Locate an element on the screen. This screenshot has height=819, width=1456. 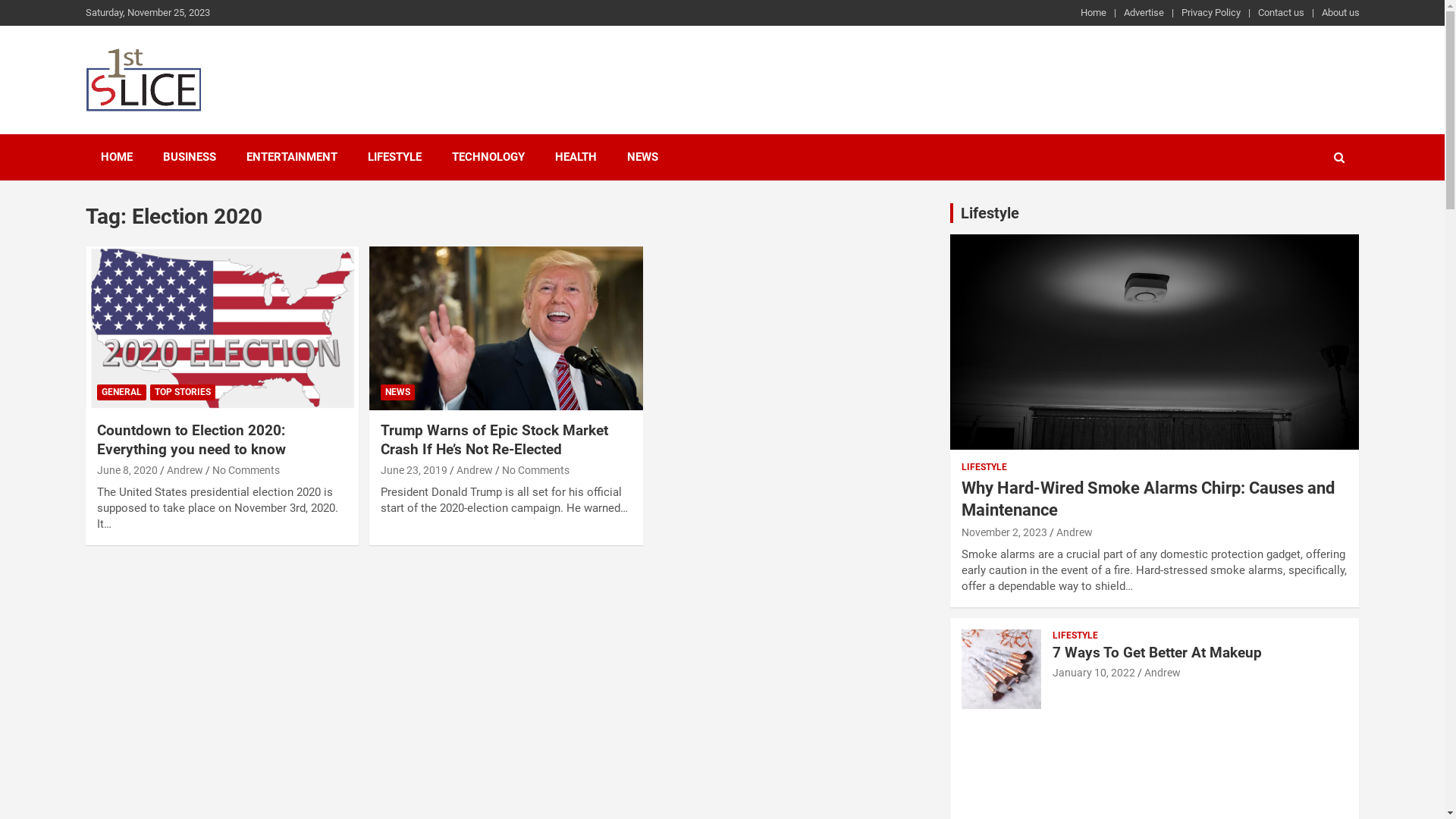
'November 2, 2023' is located at coordinates (1004, 532).